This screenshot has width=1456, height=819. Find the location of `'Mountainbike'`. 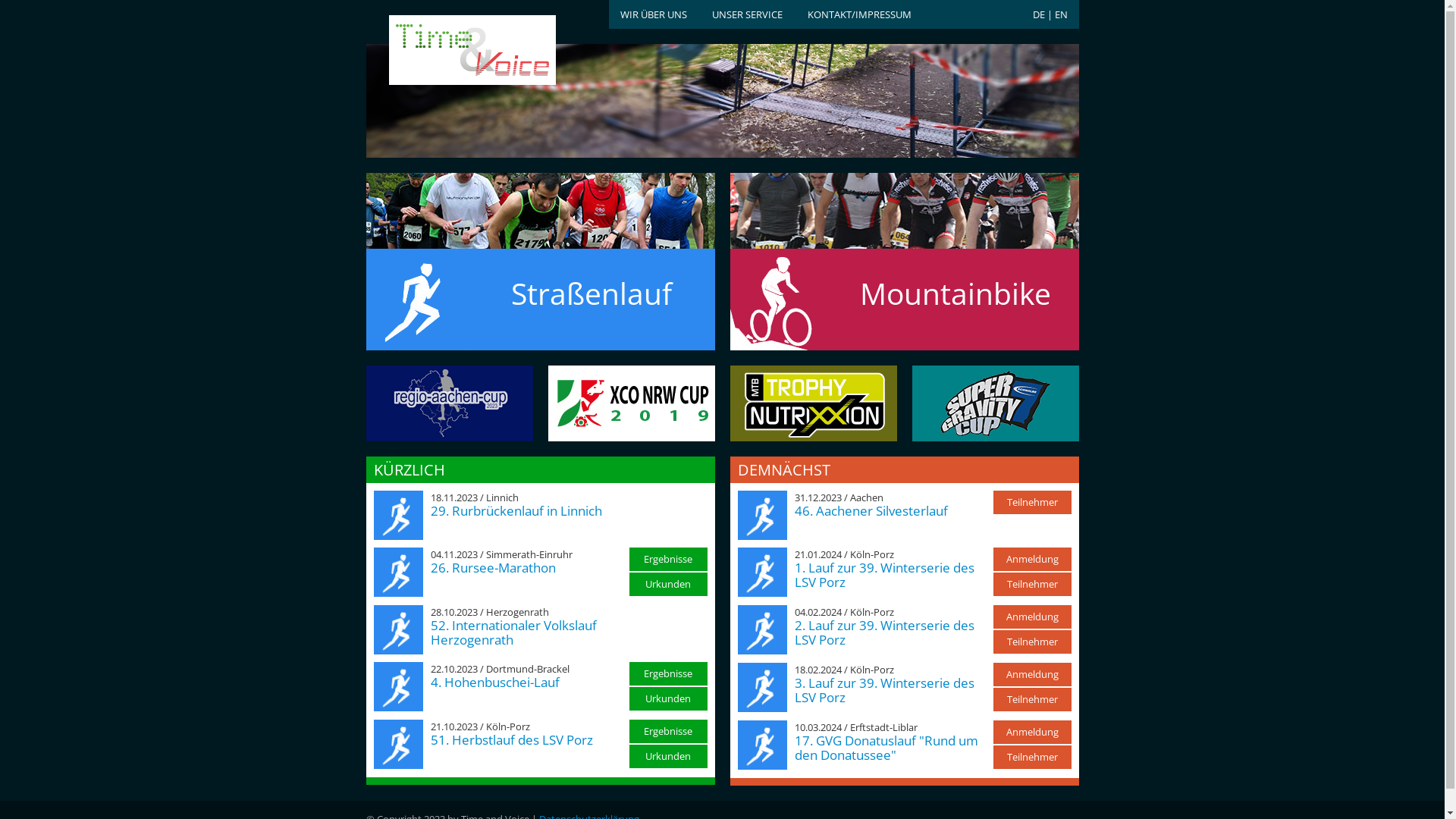

'Mountainbike' is located at coordinates (903, 275).